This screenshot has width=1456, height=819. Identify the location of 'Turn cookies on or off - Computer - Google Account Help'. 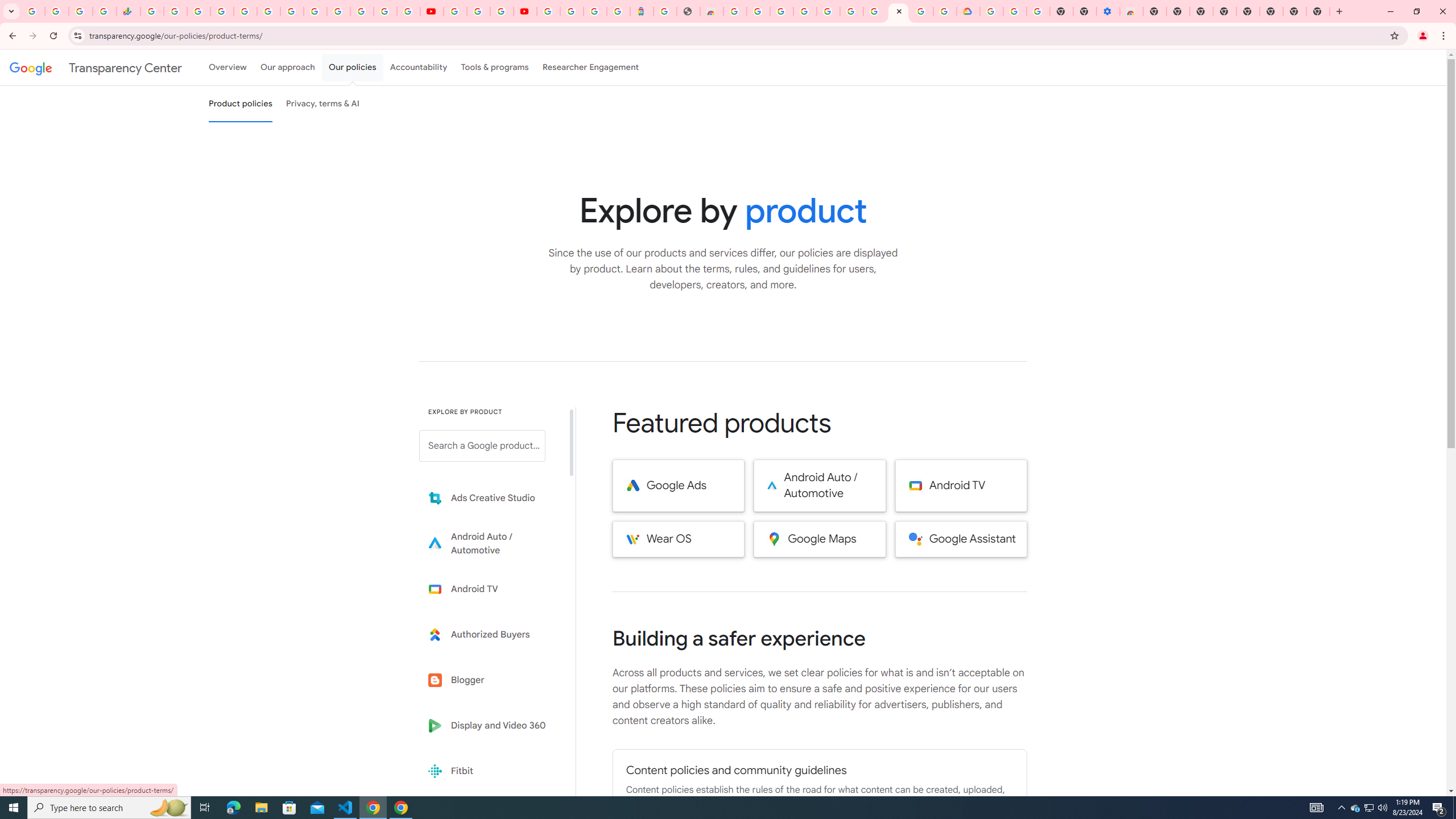
(1039, 11).